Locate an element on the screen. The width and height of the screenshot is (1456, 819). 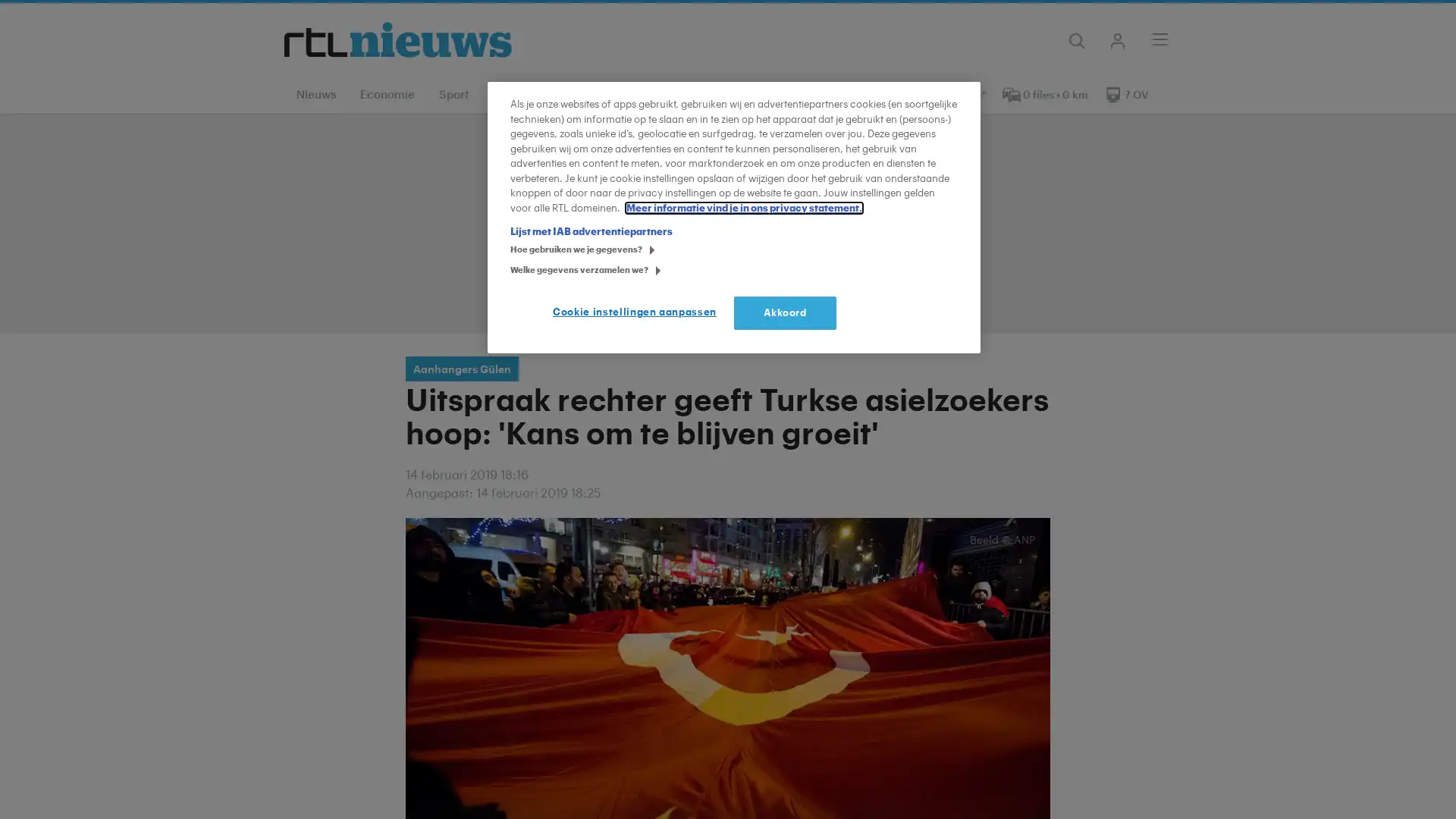
Lijst met IAB advertentiepartners is located at coordinates (590, 231).